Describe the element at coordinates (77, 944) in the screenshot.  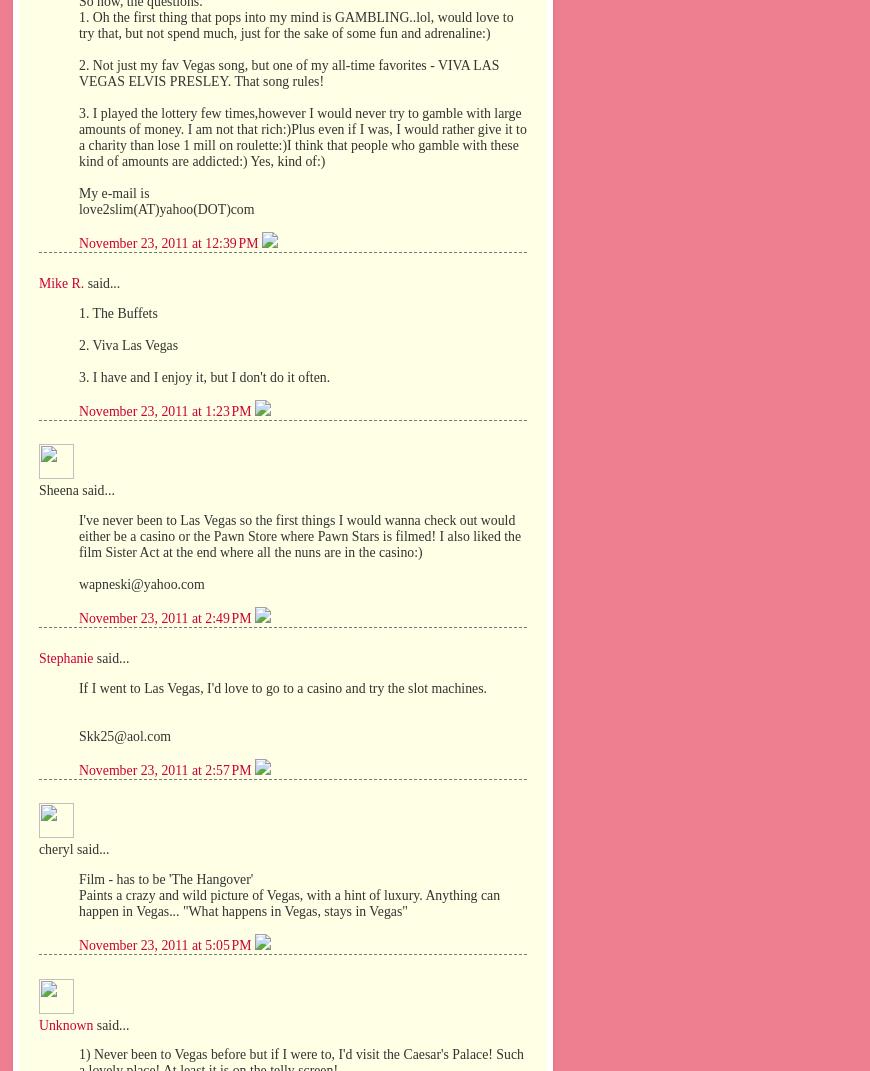
I see `'November 23, 2011 at 5:05 PM'` at that location.